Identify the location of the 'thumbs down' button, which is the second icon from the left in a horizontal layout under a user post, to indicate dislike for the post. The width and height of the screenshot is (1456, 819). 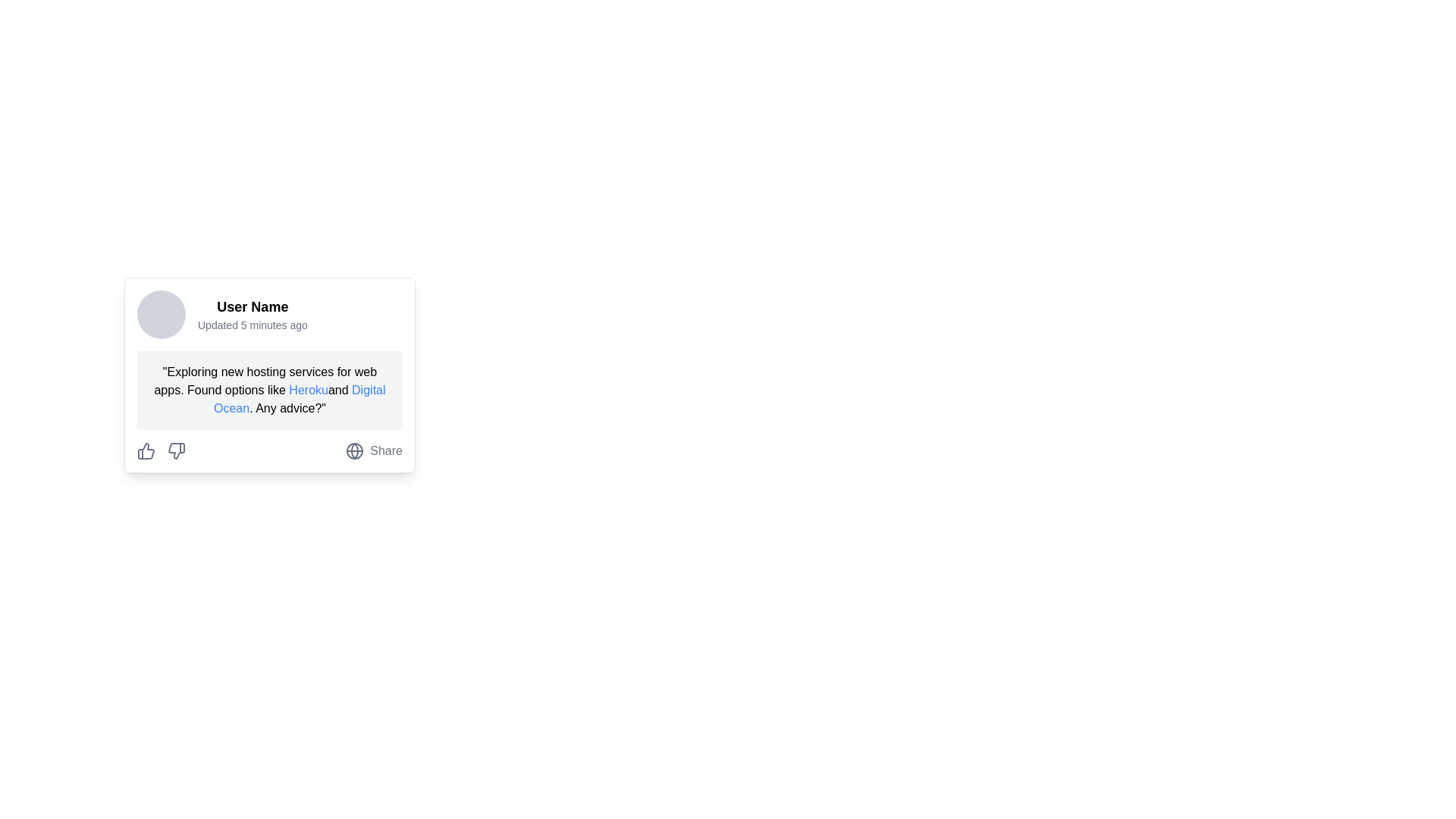
(177, 450).